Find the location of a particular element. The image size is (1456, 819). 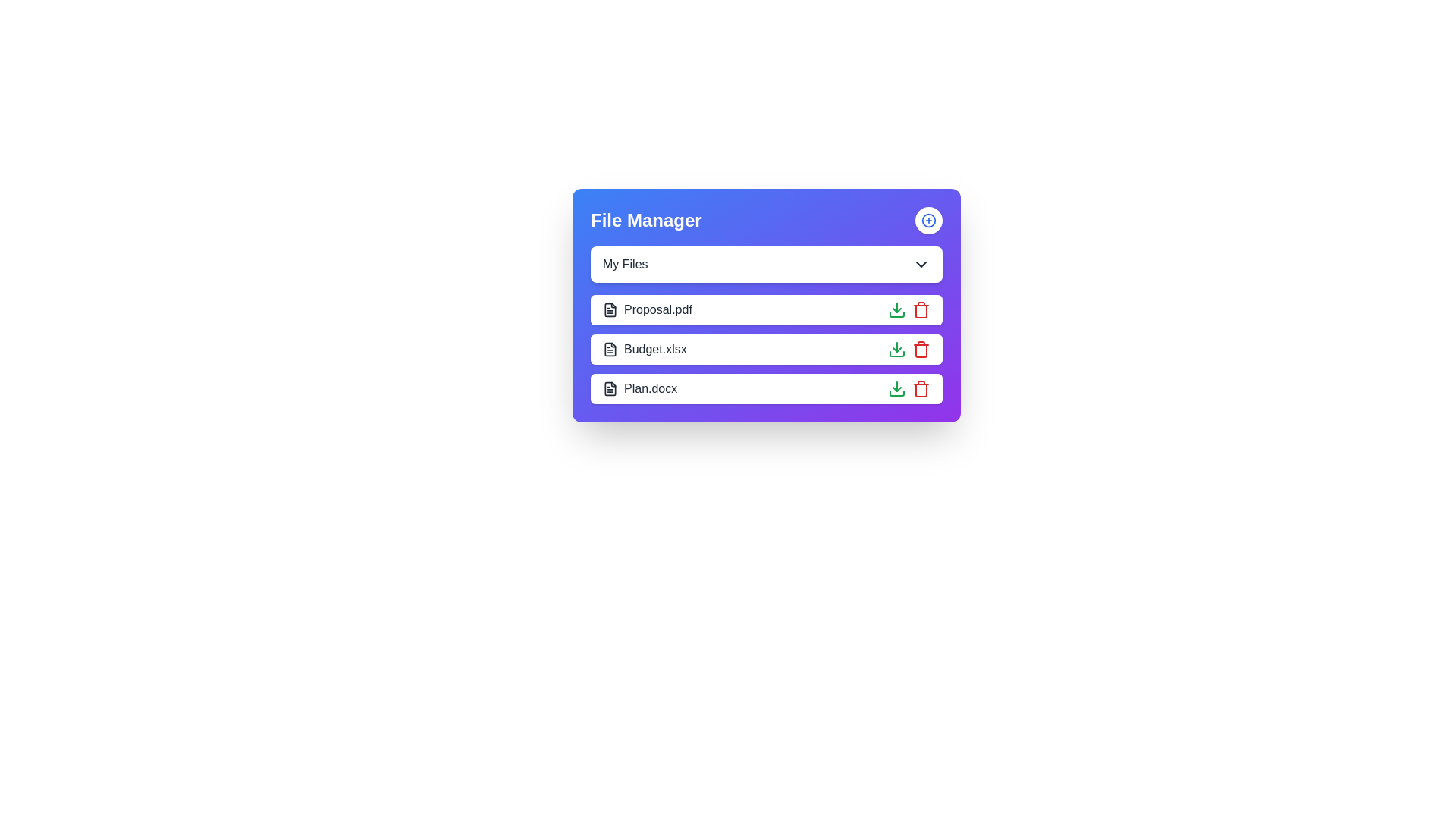

the File list item representing 'Plan.docx', located in the third row of the file list is located at coordinates (767, 388).